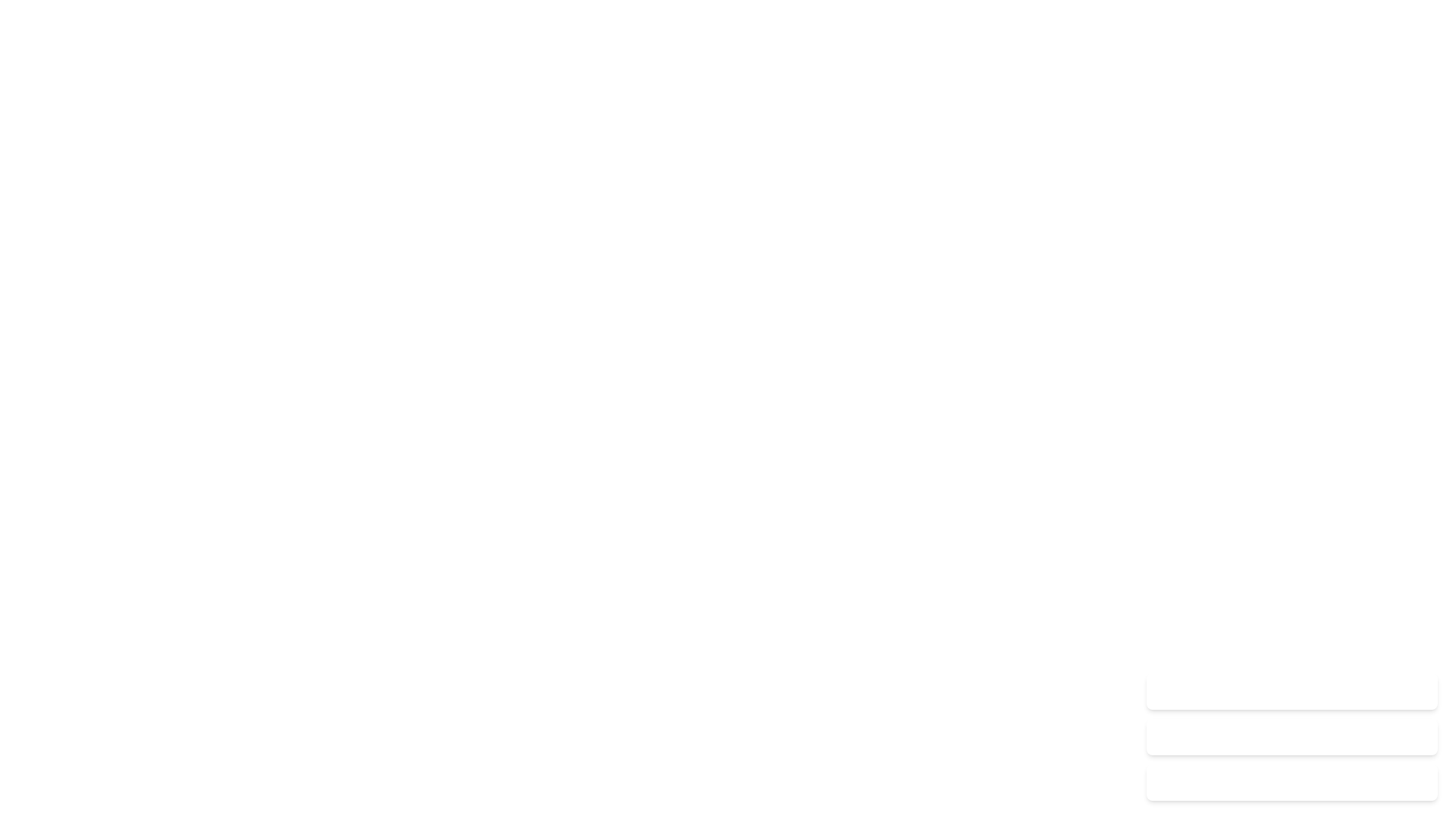 The height and width of the screenshot is (819, 1456). What do you see at coordinates (1419, 691) in the screenshot?
I see `the close button located at the far-right end of the blue notification box` at bounding box center [1419, 691].